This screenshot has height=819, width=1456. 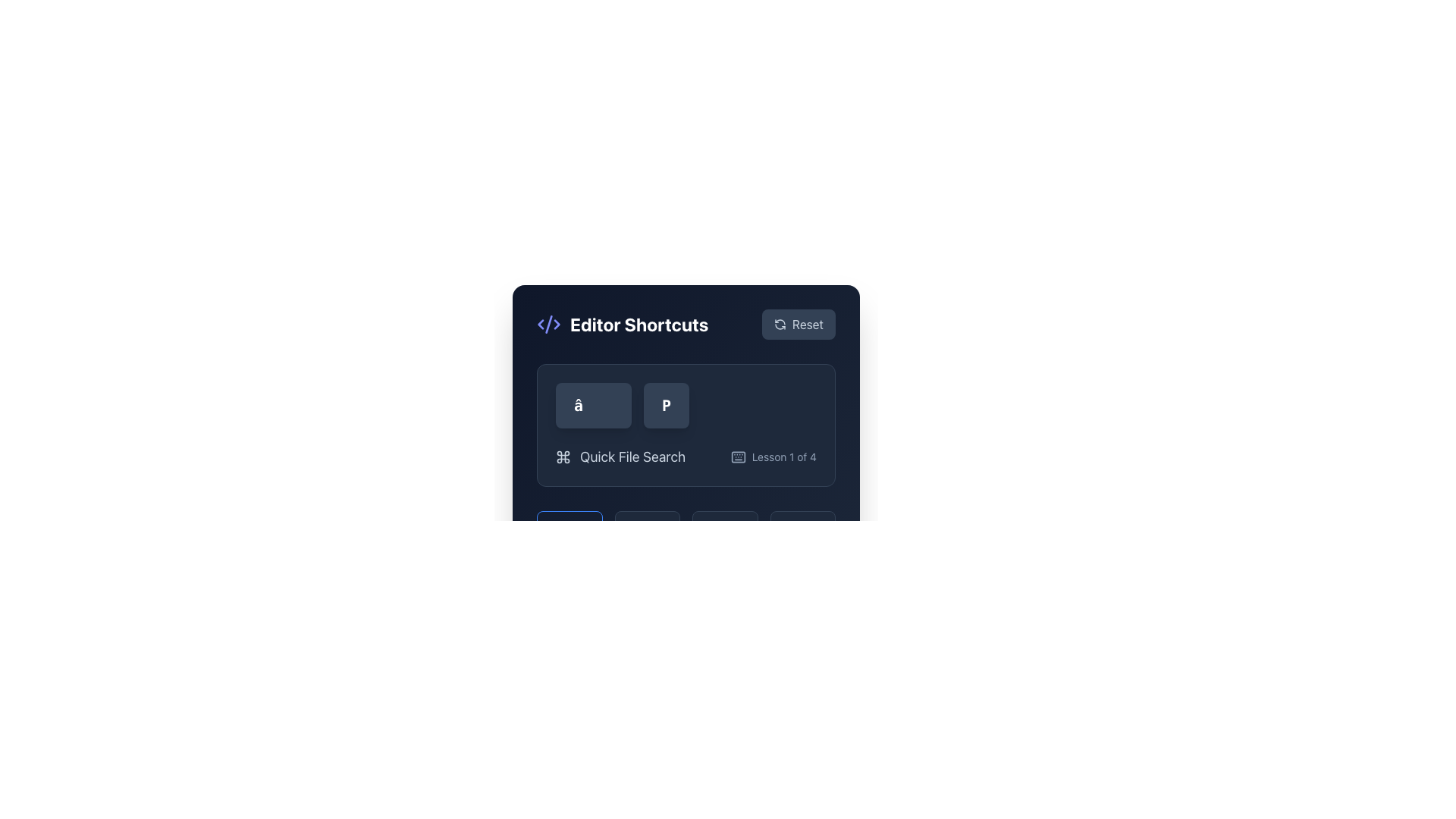 I want to click on the stylized diagonal line in the middle of the XML code icon, which is represented as a slash or stroke within an SVG icon, so click(x=548, y=324).